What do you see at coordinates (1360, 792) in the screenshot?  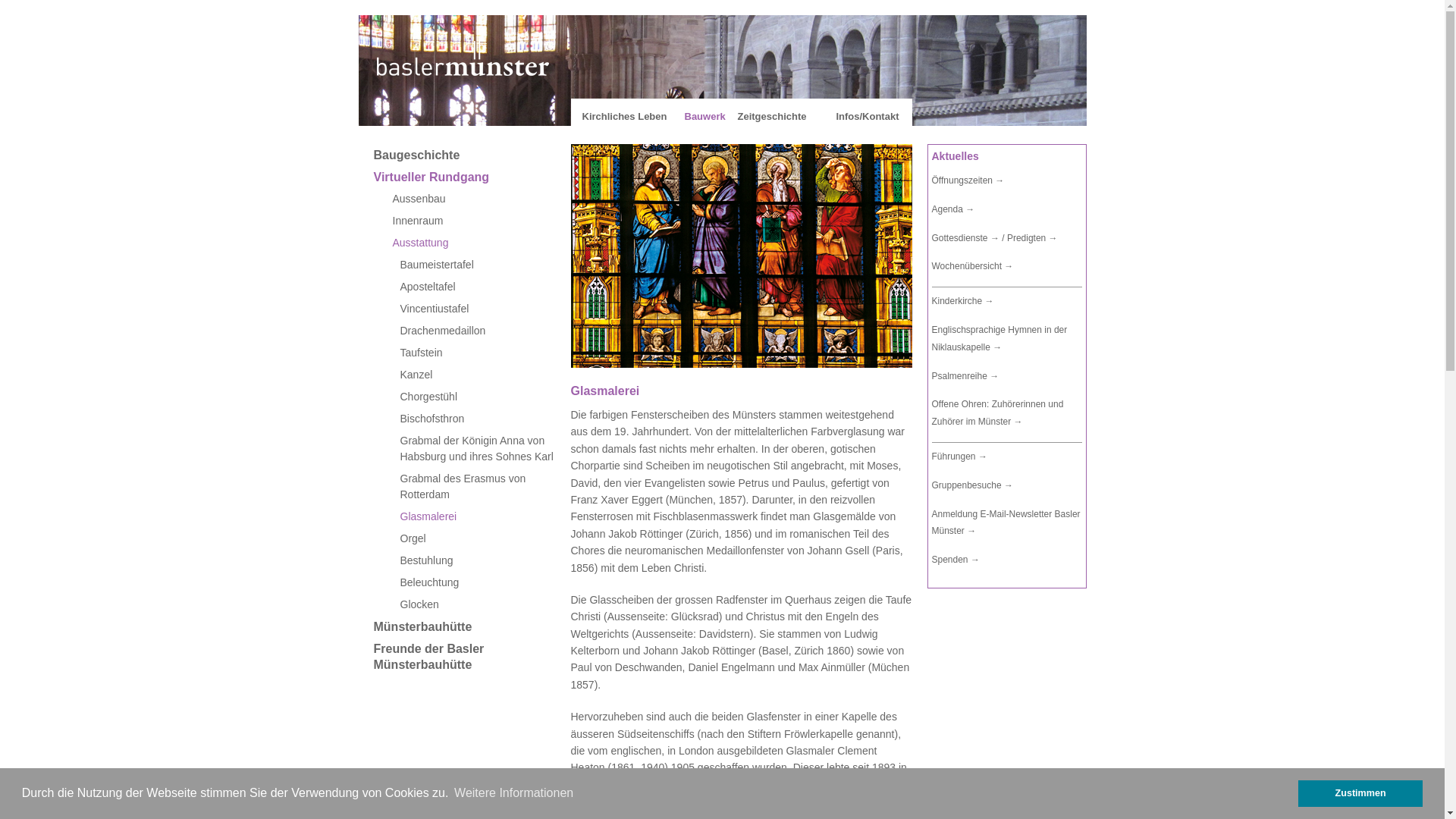 I see `'Zustimmen'` at bounding box center [1360, 792].